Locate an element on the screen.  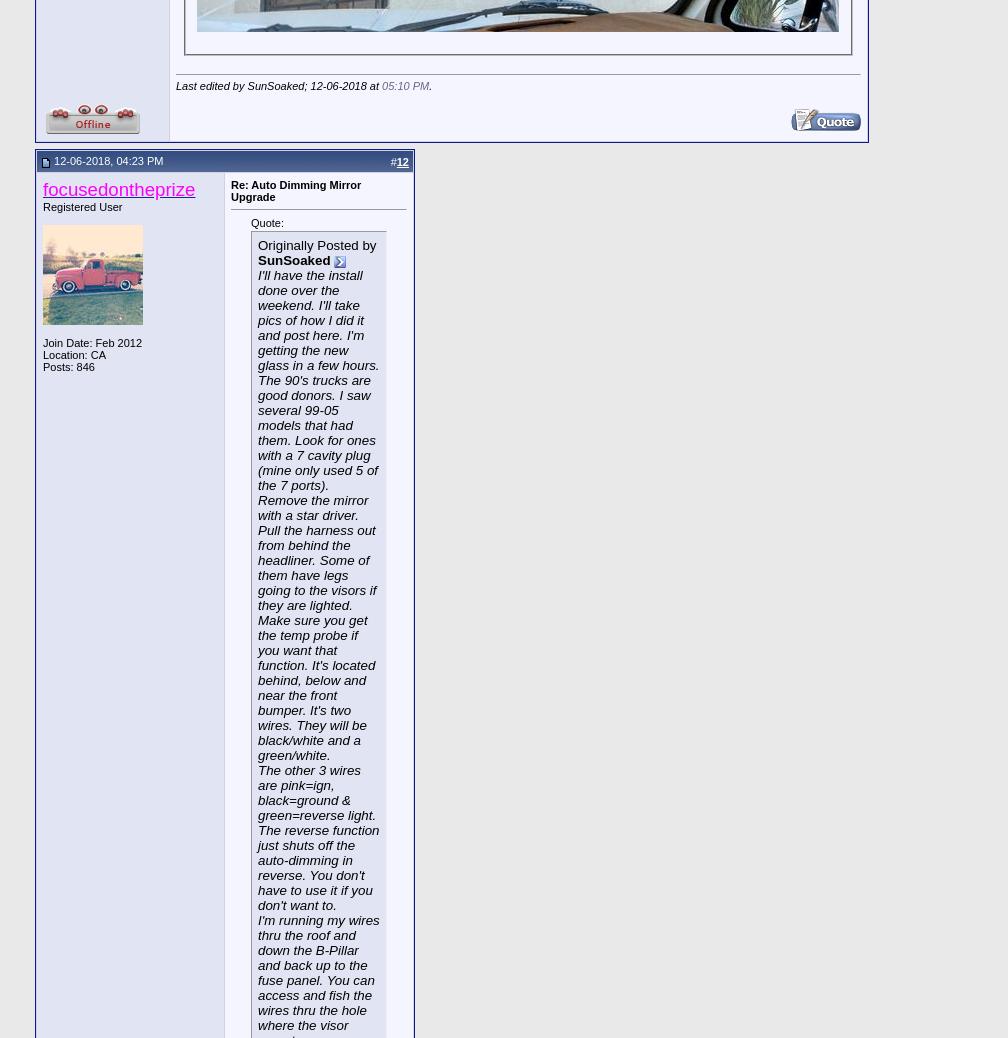
'12-06-2018, 04:23 PM' is located at coordinates (107, 159).